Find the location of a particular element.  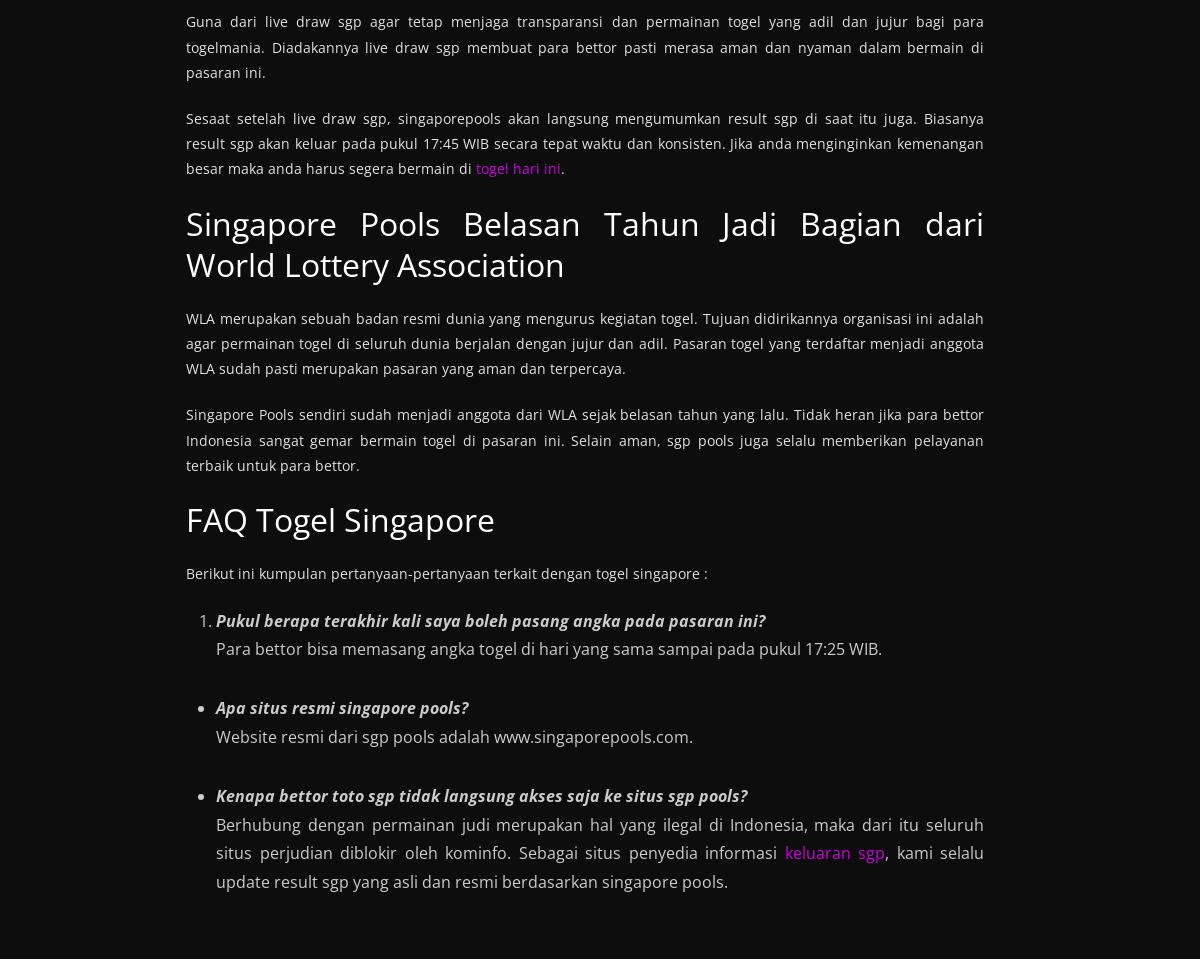

'Sesaat setelah live draw sgp, singaporepools akan langsung mengumumkan result sgp di saat itu juga. Biasanya result sgp akan keluar pada pukul 17:45 WIB secara tepat waktu dan konsisten. Jika anda menginginkan kemenangan besar maka anda harus segera bermain di' is located at coordinates (584, 142).